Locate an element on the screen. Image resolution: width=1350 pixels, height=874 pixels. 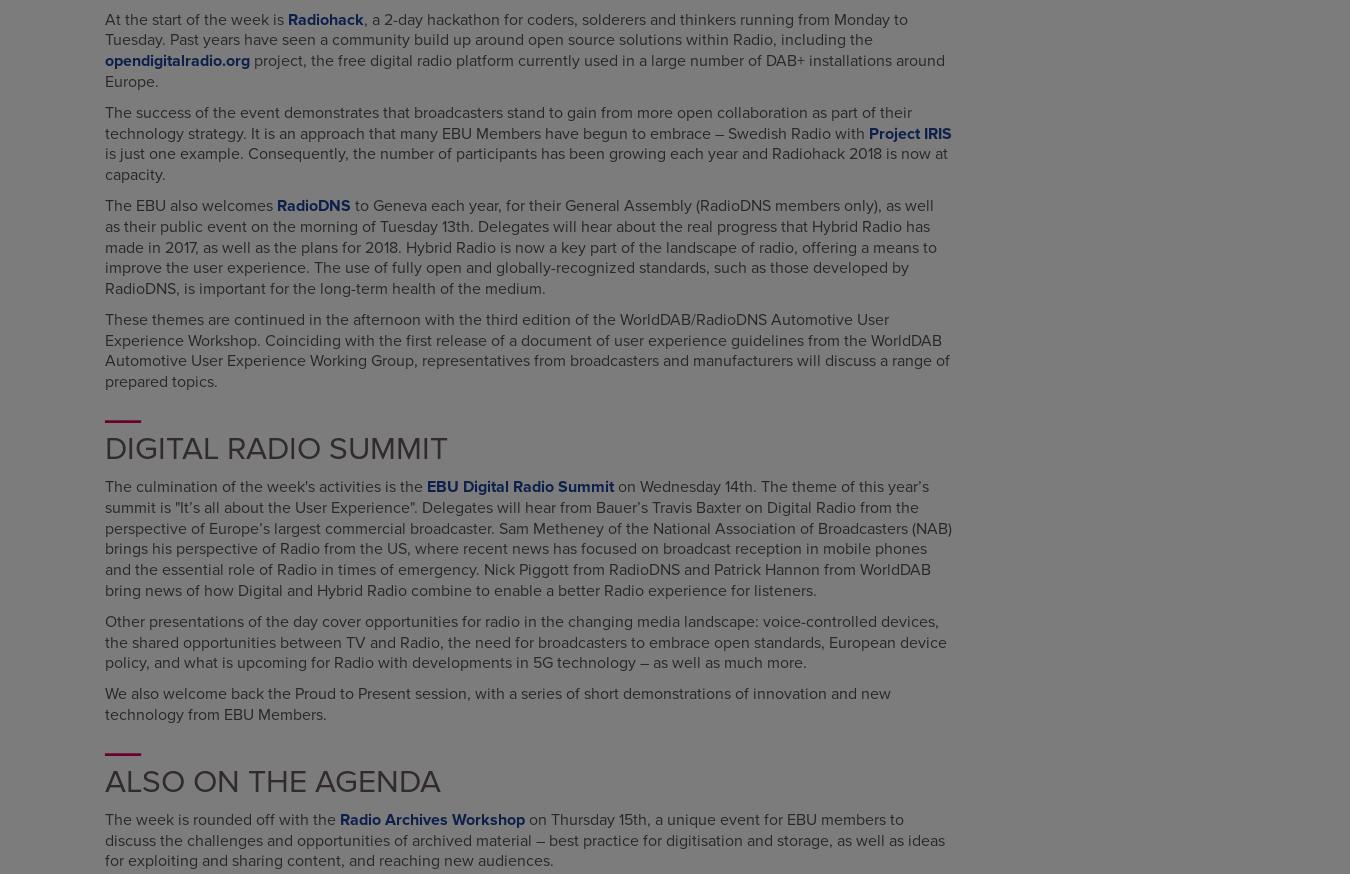
'on Wednesday 14th. The theme of this year’s summit is "It’s all about the User Experience". Delegates will hear from Bauer’s Travis Baxter on Digital Radio from the perspective of Europe’s largest commercial broadcaster. Sam Metheney of the National Association of Broadcasters (NAB) brings his perspective of Radio from the US, where recent news has focused on broadcast reception in mobile phones and the essential role of Radio in times of emergency. Nick Piggott from RadioDNS and Patrick Hannon from WorldDAB bring news of how Digital and Hybrid Radio combine to enable a better Radio experience for listeners.' is located at coordinates (104, 538).